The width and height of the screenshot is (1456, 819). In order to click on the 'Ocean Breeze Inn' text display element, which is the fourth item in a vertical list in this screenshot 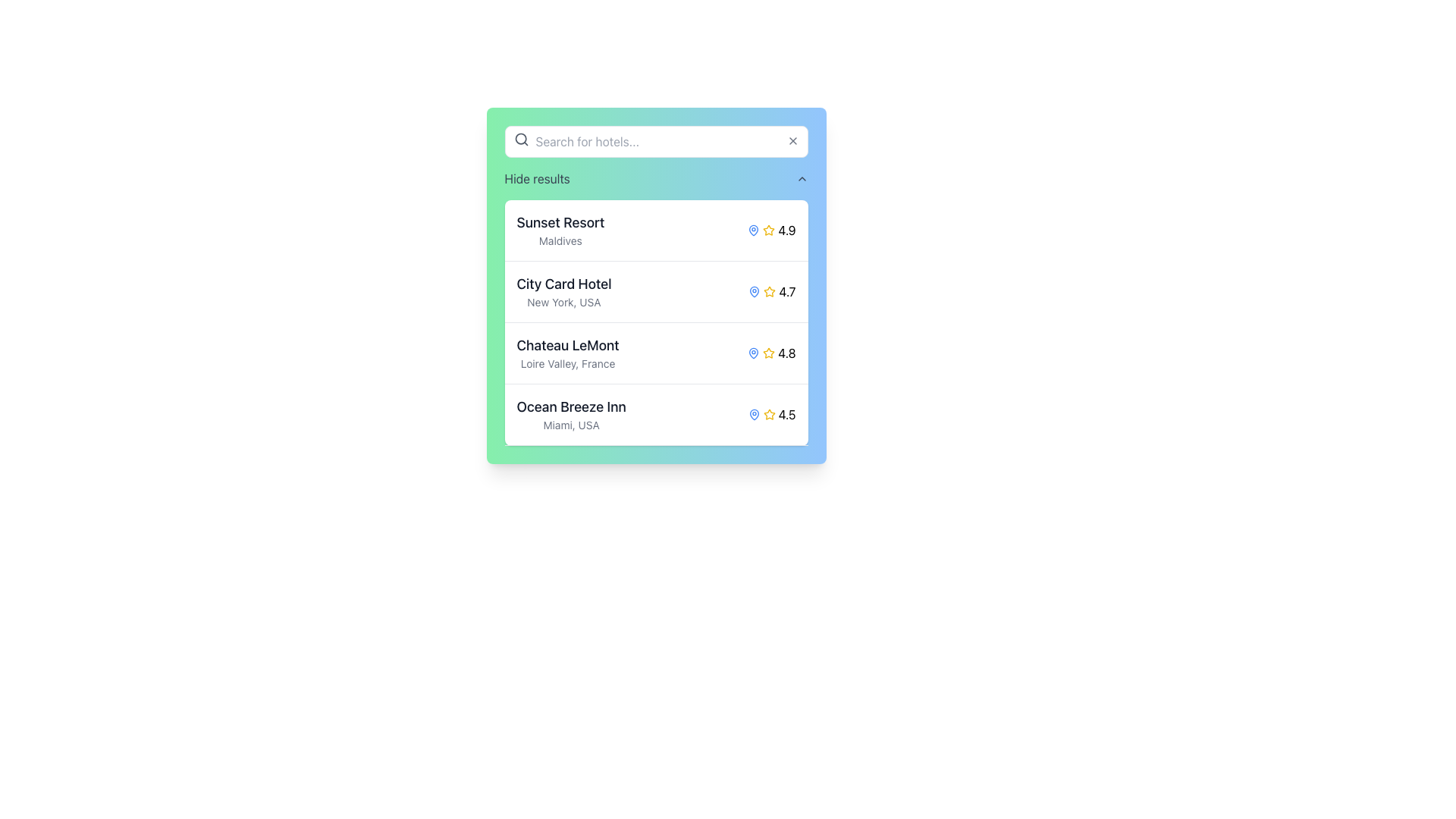, I will do `click(570, 415)`.